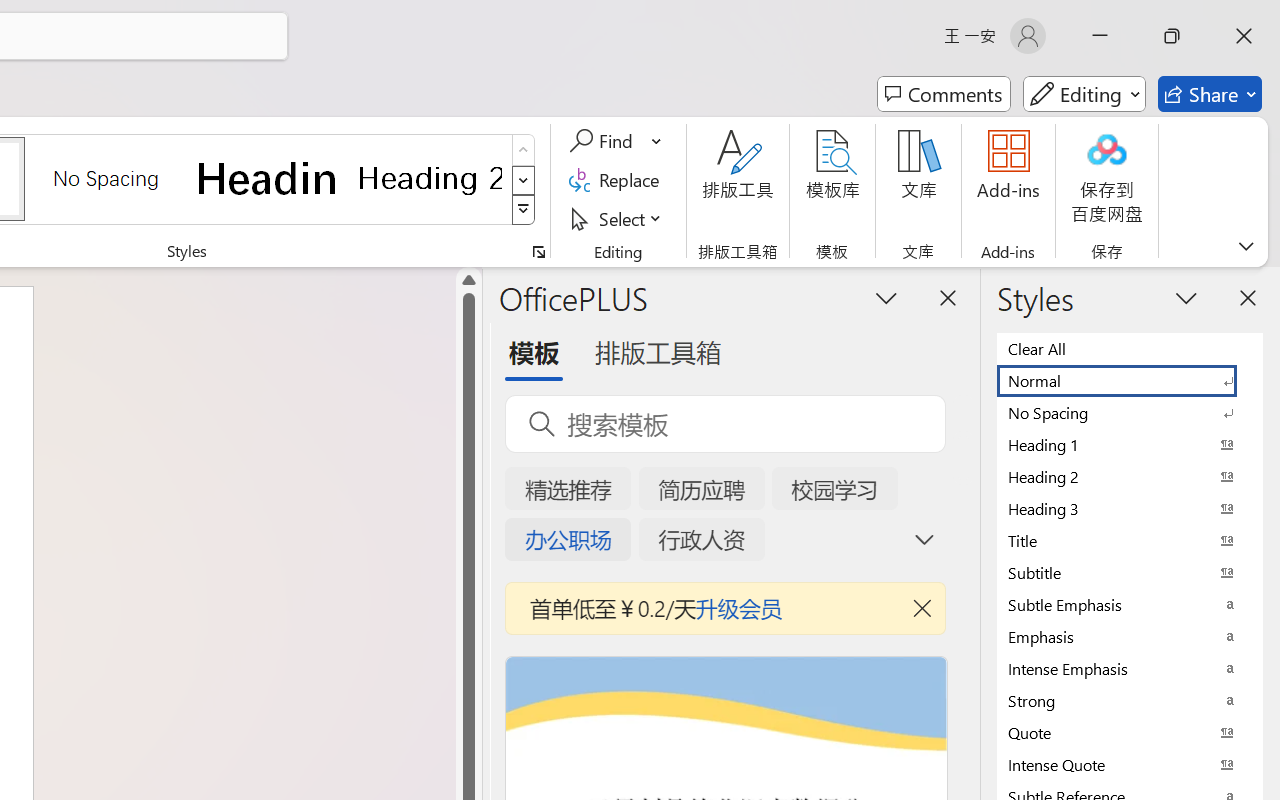  Describe the element at coordinates (1172, 35) in the screenshot. I see `'Restore Down'` at that location.